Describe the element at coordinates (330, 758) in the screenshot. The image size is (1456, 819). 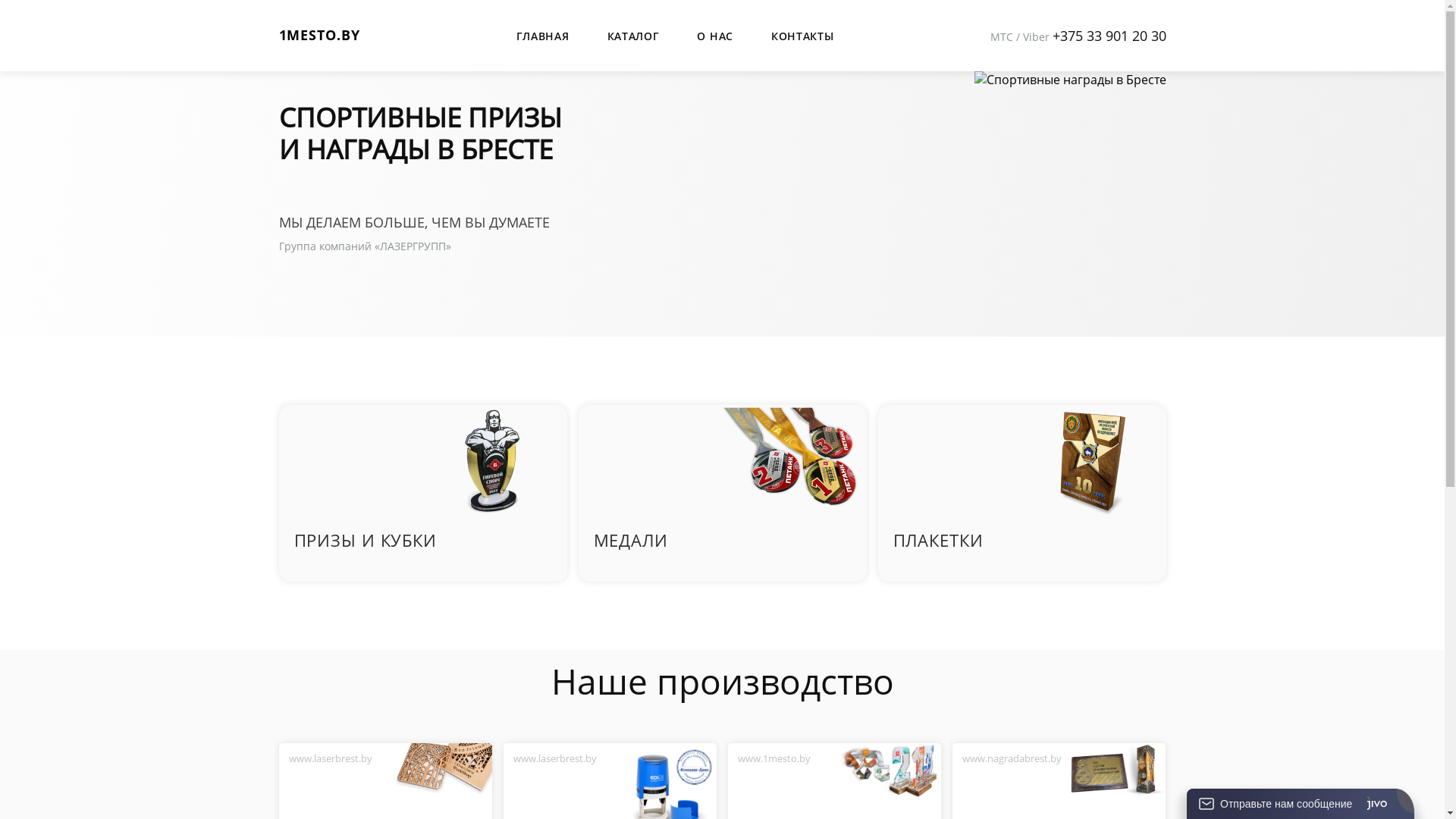
I see `'www.laserbrest.by'` at that location.